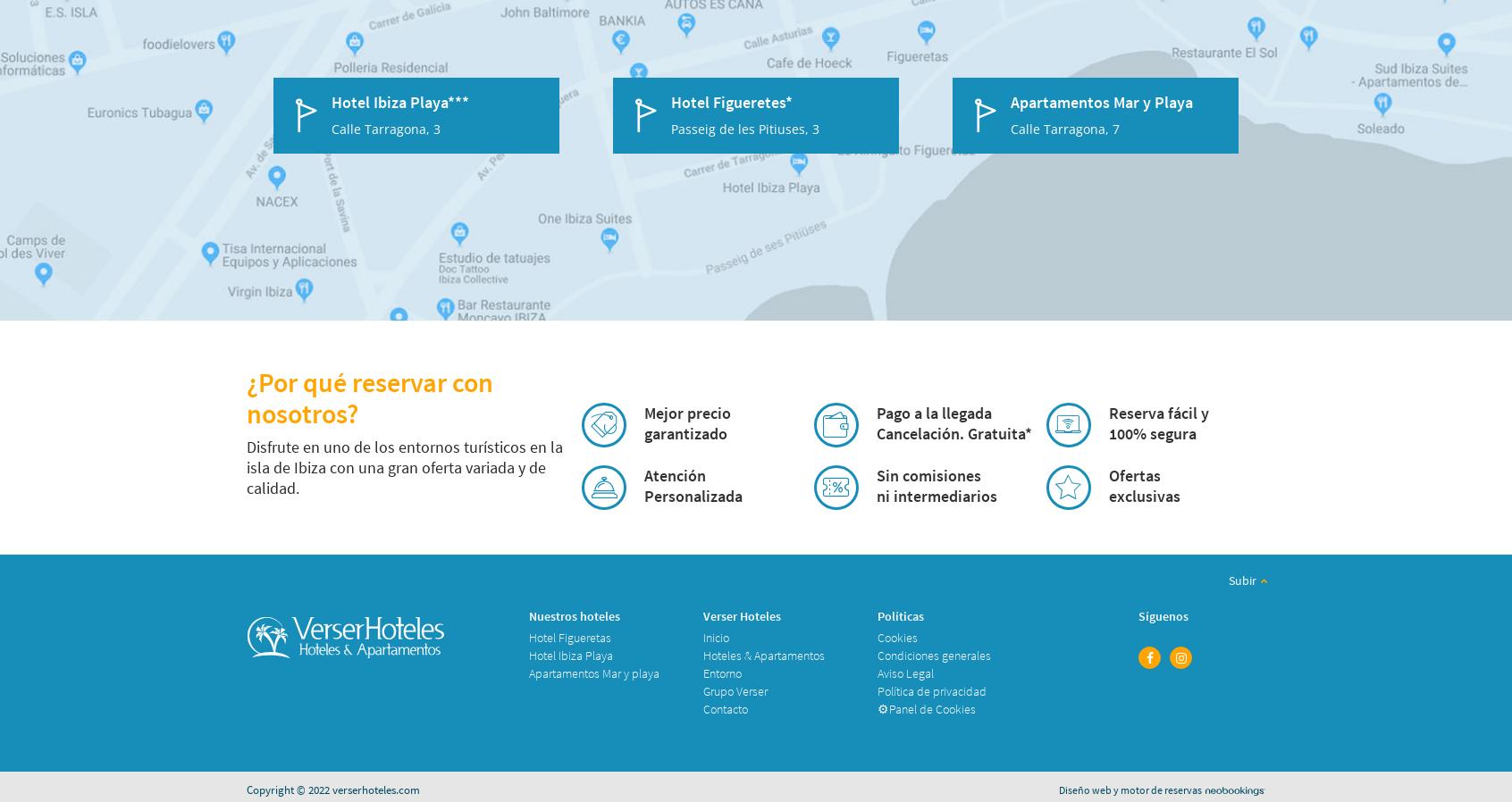  I want to click on 'Cancelación. Gratuita*', so click(953, 432).